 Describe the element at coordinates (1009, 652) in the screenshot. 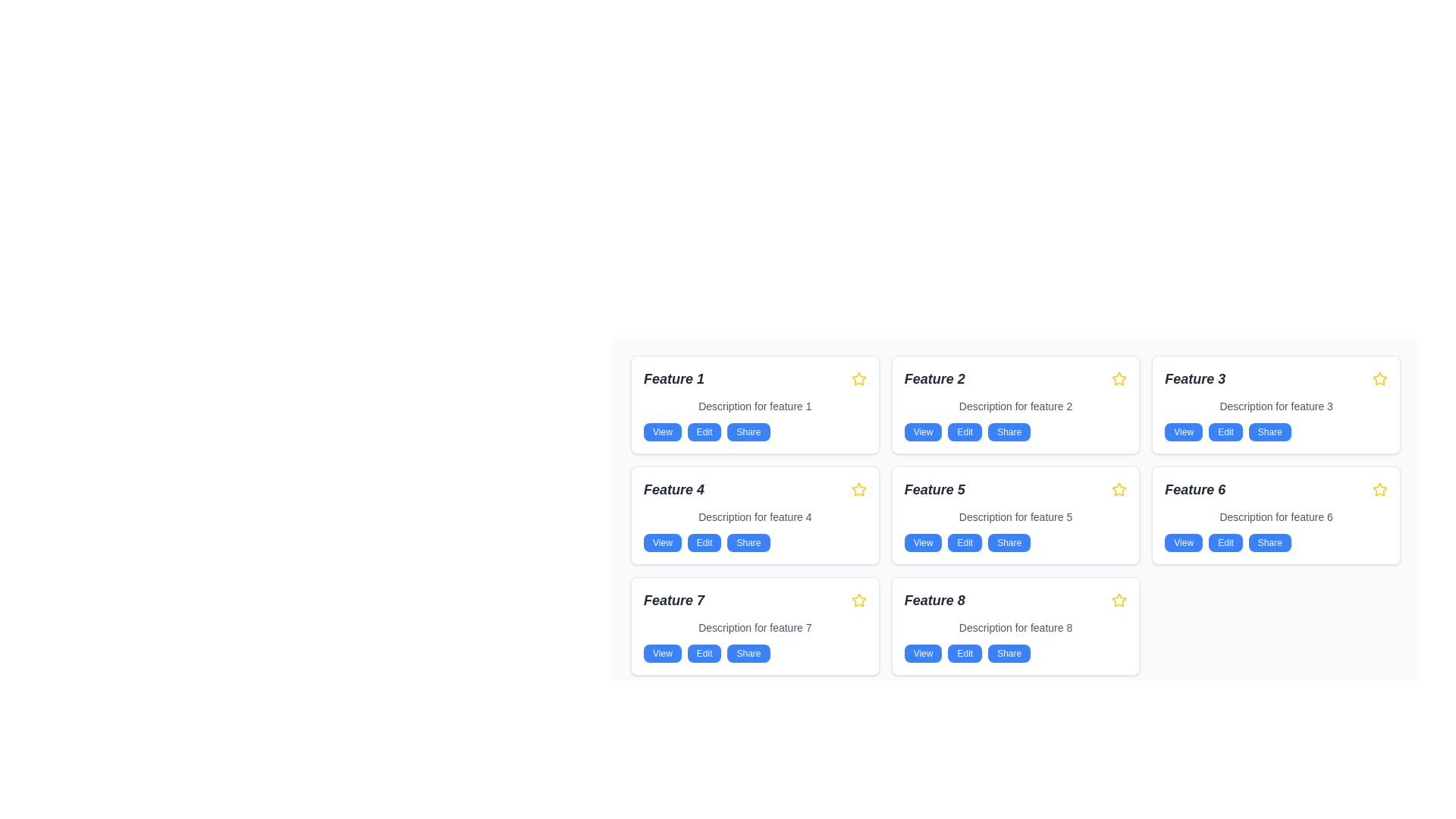

I see `the 'Share' button located in the bottom-right corner of the 'Feature 8' card` at that location.